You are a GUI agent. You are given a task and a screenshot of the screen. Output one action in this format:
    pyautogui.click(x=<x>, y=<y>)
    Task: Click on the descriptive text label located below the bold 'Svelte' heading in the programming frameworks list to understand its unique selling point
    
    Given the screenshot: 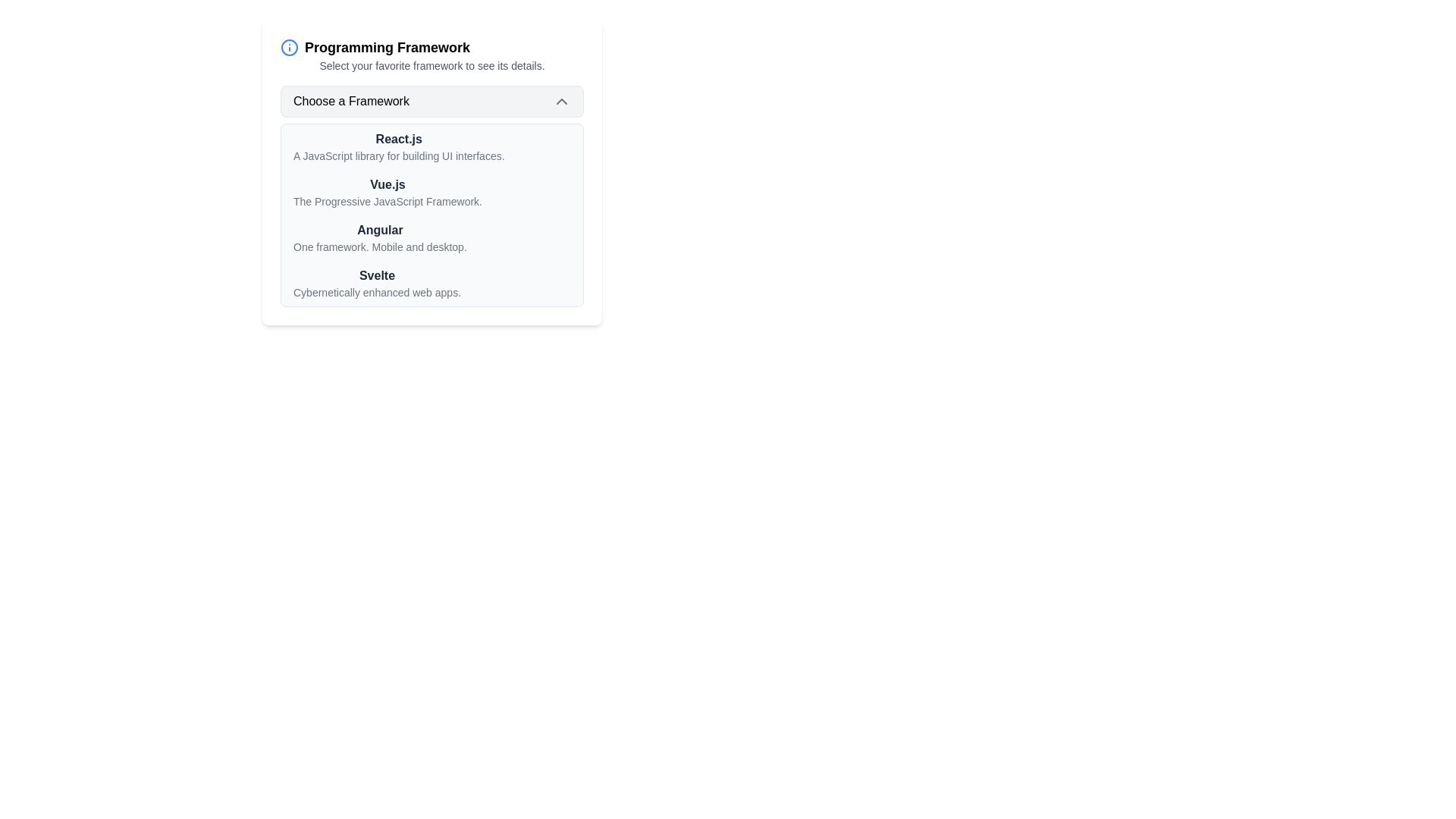 What is the action you would take?
    pyautogui.click(x=377, y=292)
    